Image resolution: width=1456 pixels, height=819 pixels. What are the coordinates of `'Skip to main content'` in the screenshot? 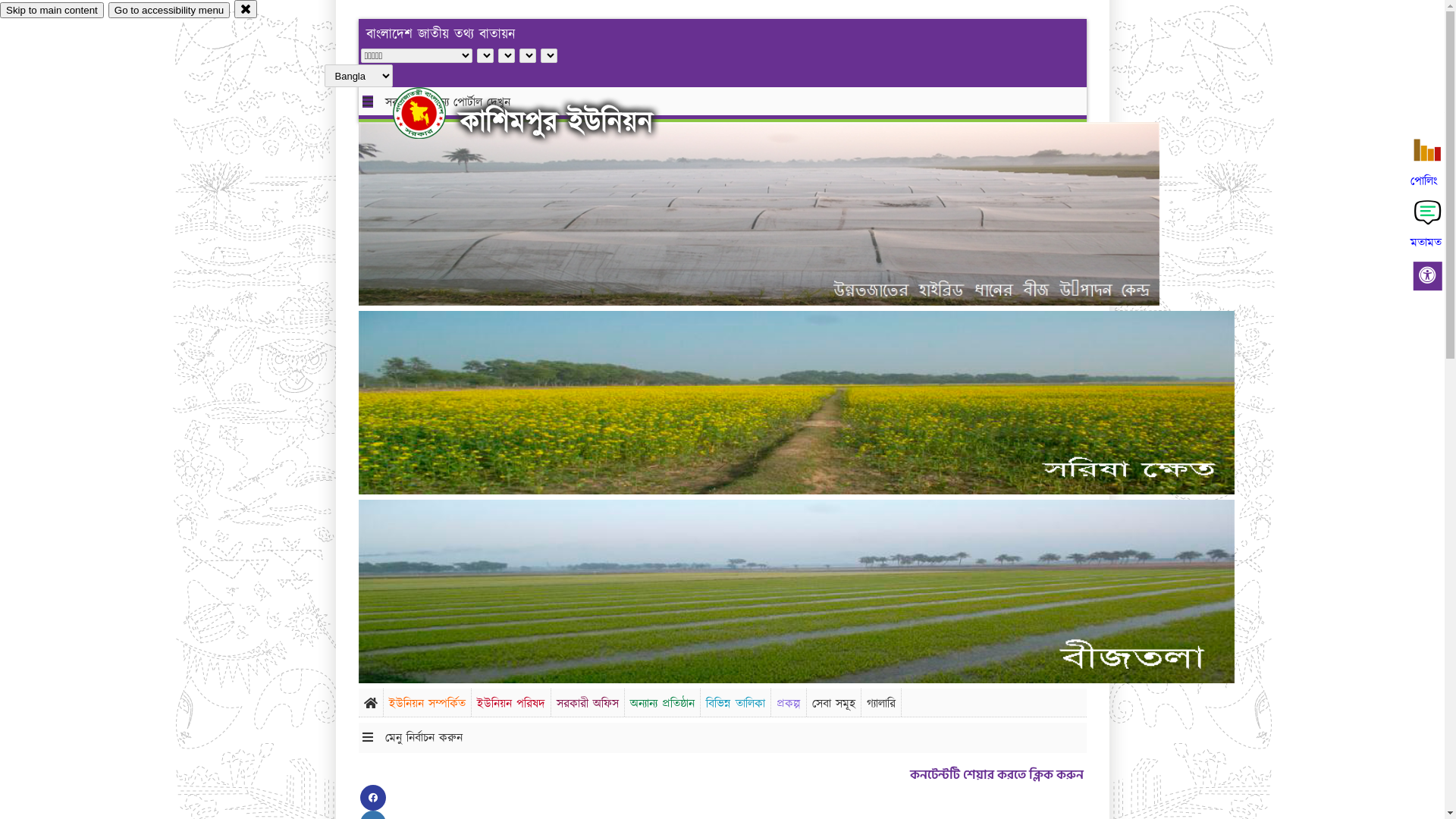 It's located at (52, 10).